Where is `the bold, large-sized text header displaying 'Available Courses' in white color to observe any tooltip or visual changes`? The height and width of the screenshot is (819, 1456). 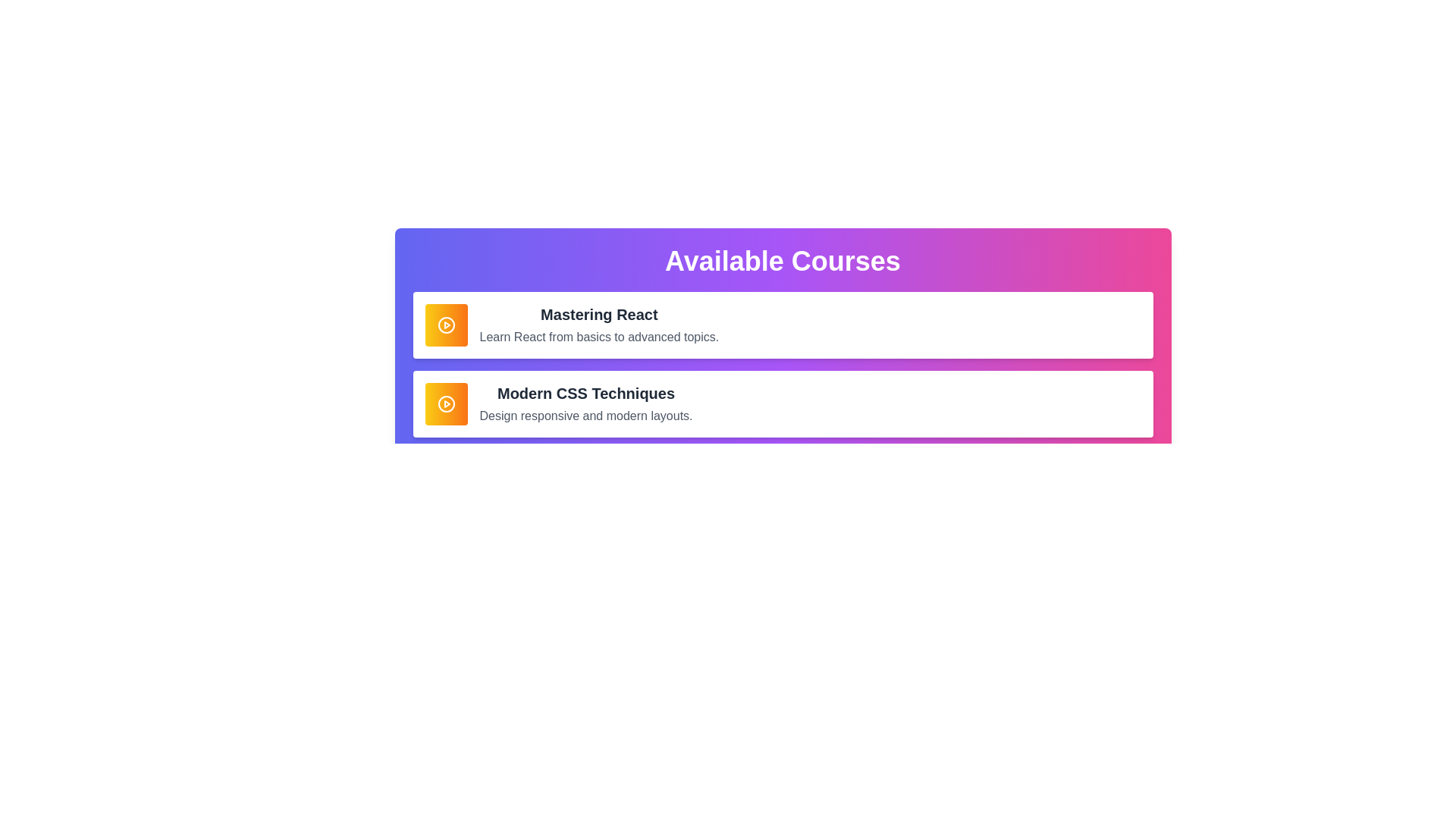 the bold, large-sized text header displaying 'Available Courses' in white color to observe any tooltip or visual changes is located at coordinates (783, 260).